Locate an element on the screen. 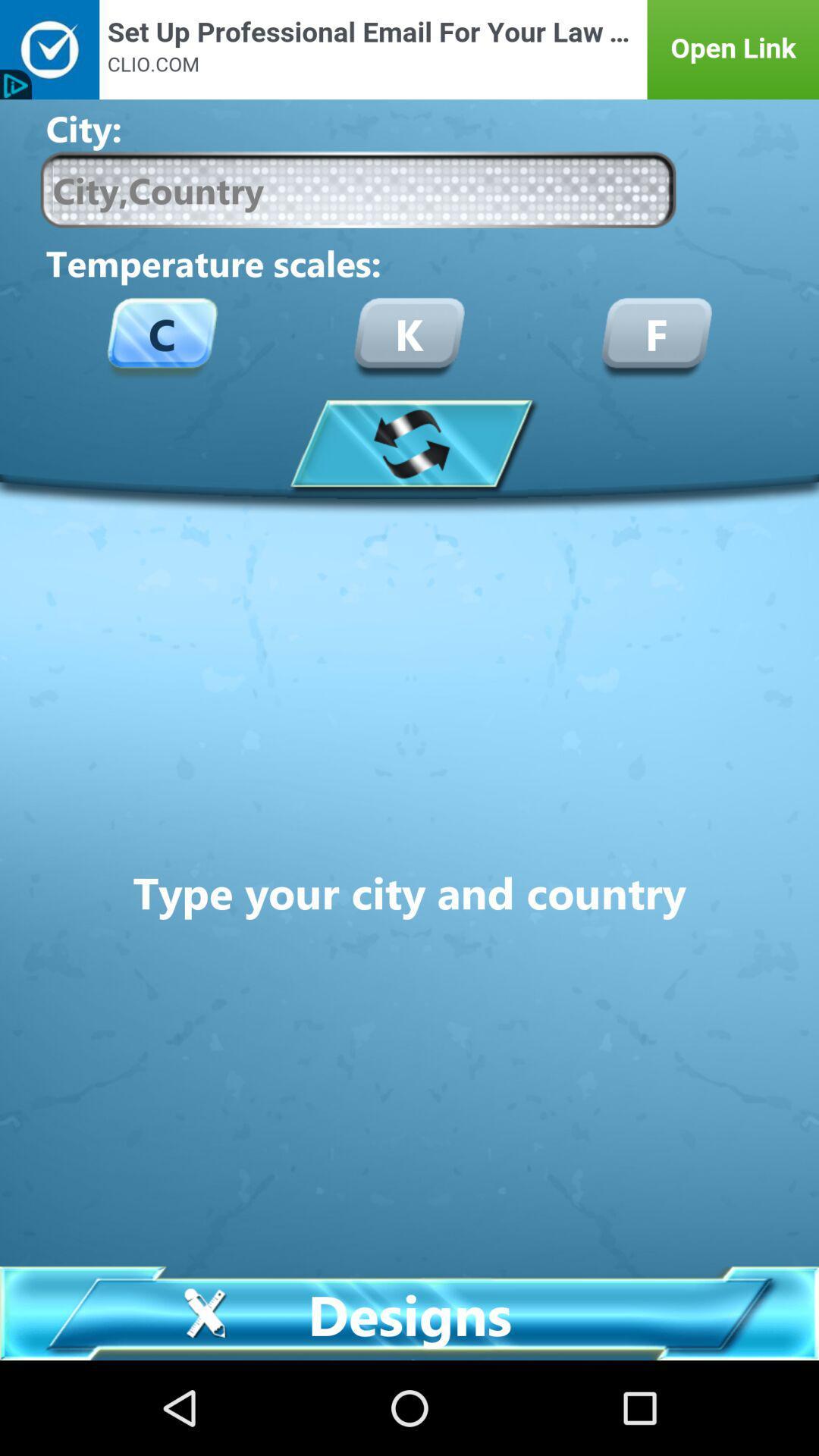  refresh icon is located at coordinates (409, 442).